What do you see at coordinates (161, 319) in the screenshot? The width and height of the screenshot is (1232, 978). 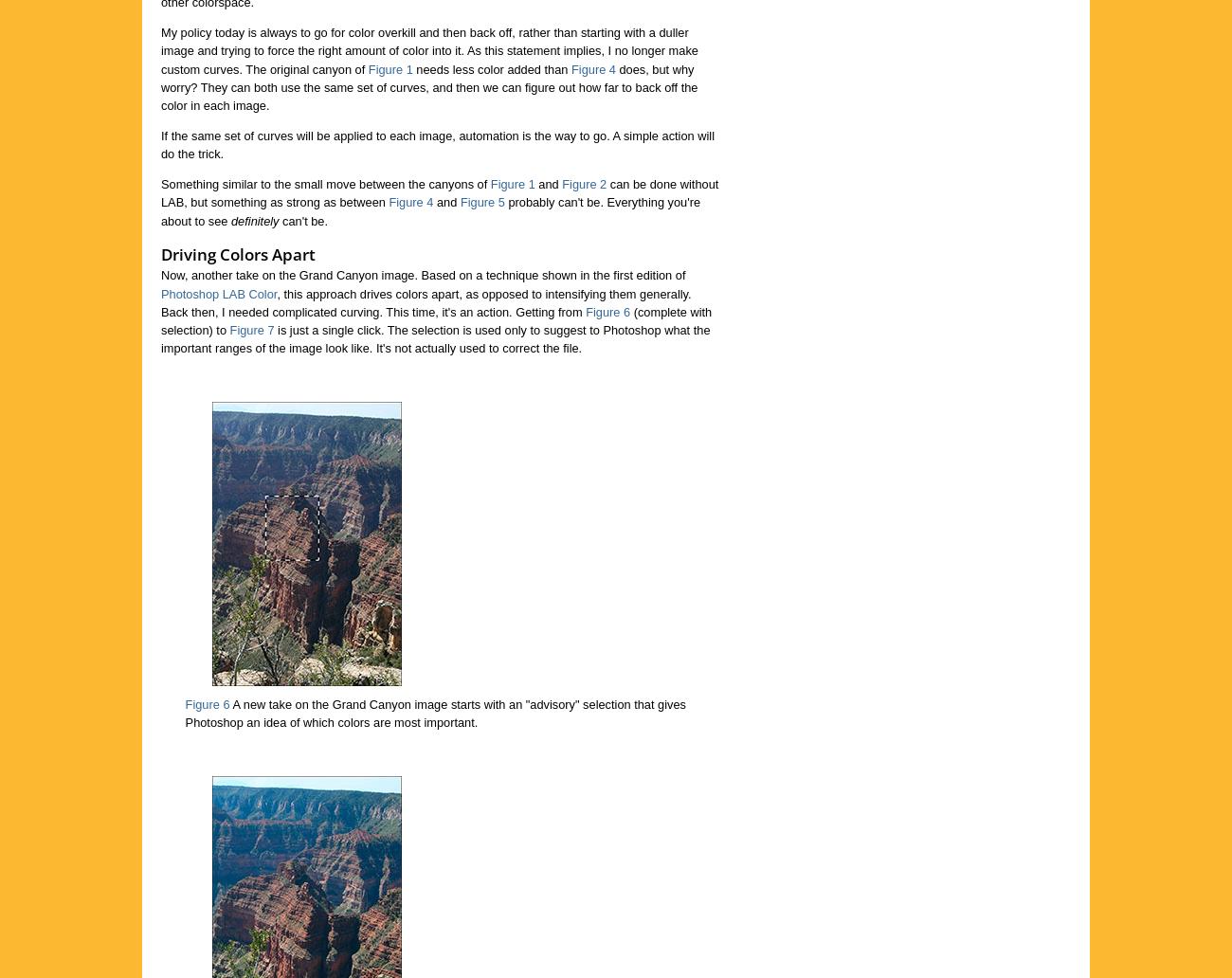 I see `'(complete with selection) to'` at bounding box center [161, 319].